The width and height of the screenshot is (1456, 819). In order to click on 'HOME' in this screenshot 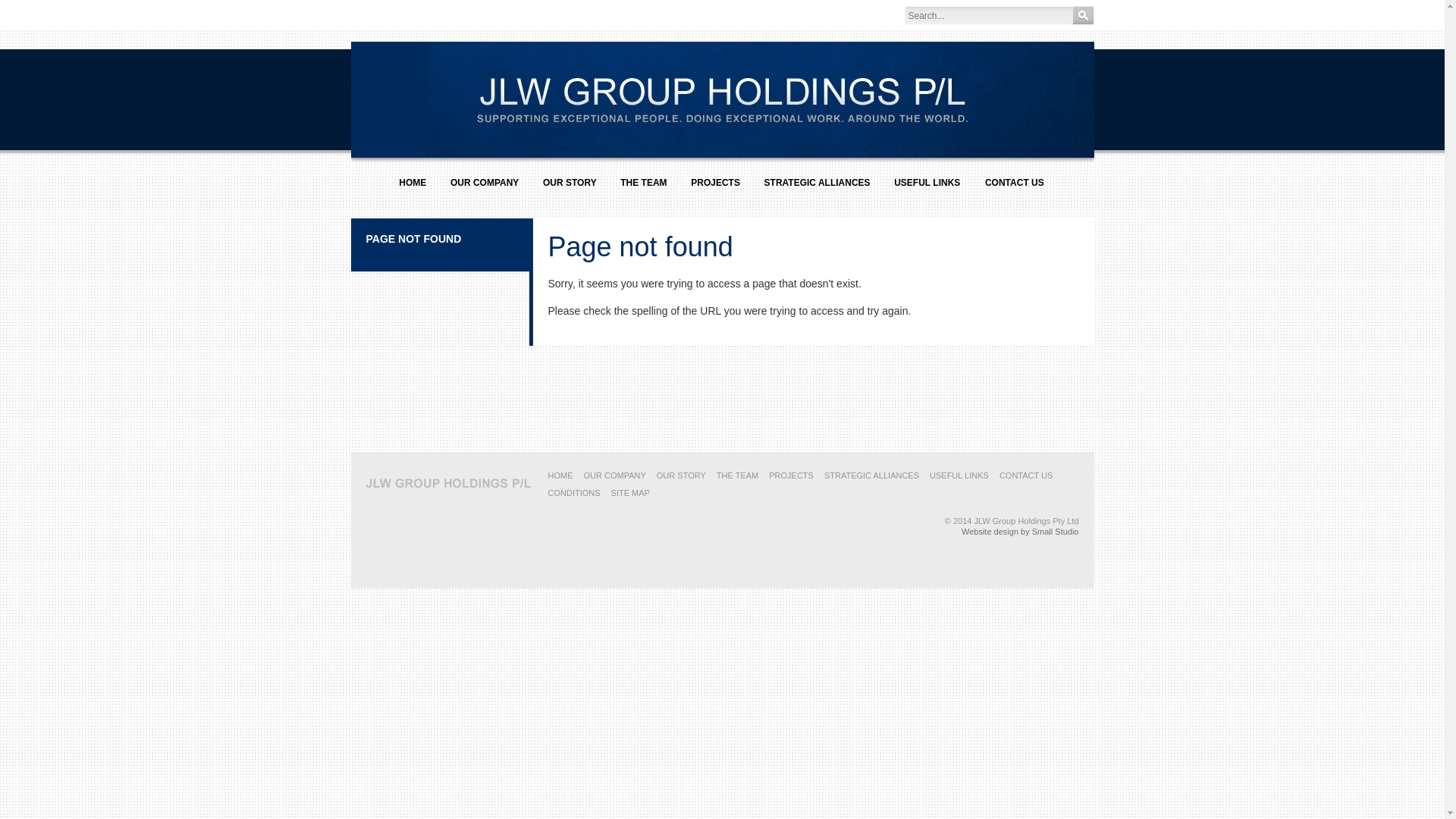, I will do `click(559, 475)`.